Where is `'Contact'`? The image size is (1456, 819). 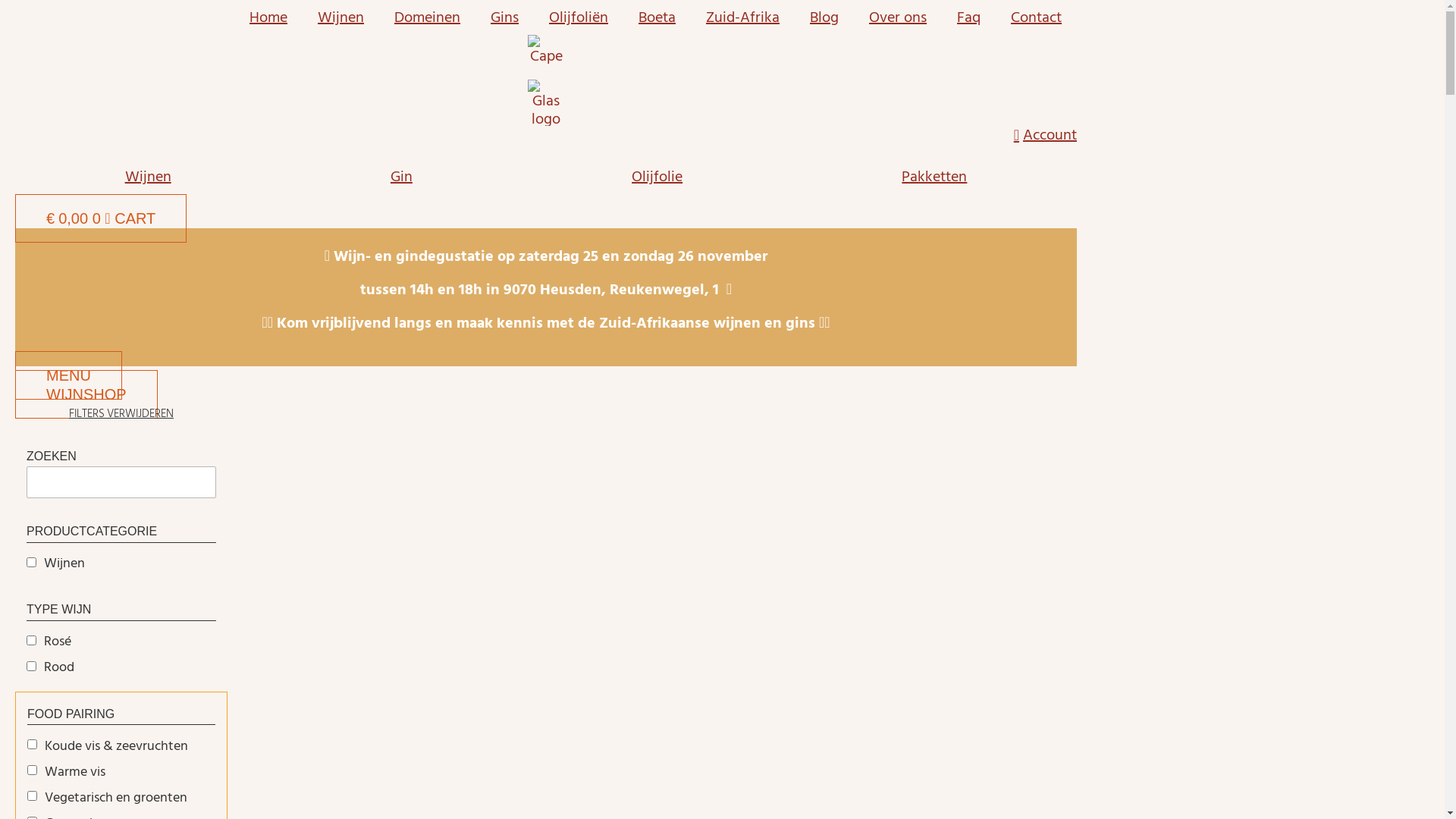
'Contact' is located at coordinates (1035, 17).